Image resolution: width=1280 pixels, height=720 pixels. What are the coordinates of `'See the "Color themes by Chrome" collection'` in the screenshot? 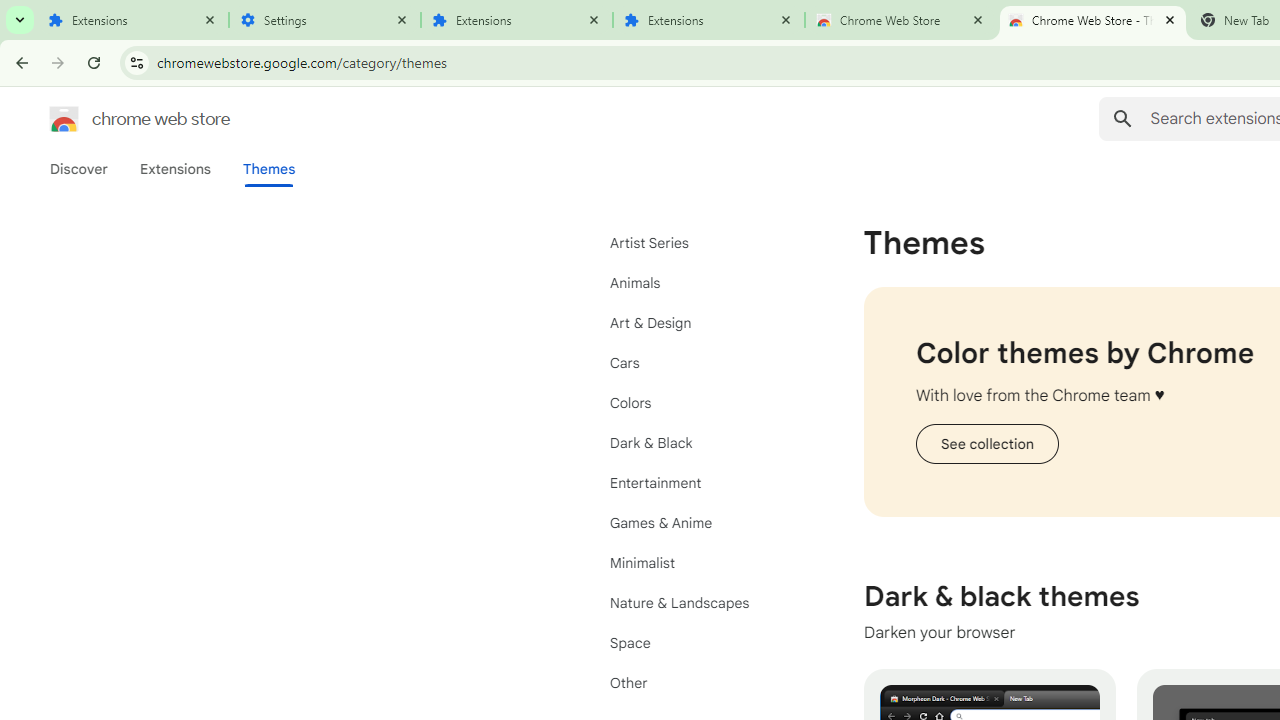 It's located at (986, 442).